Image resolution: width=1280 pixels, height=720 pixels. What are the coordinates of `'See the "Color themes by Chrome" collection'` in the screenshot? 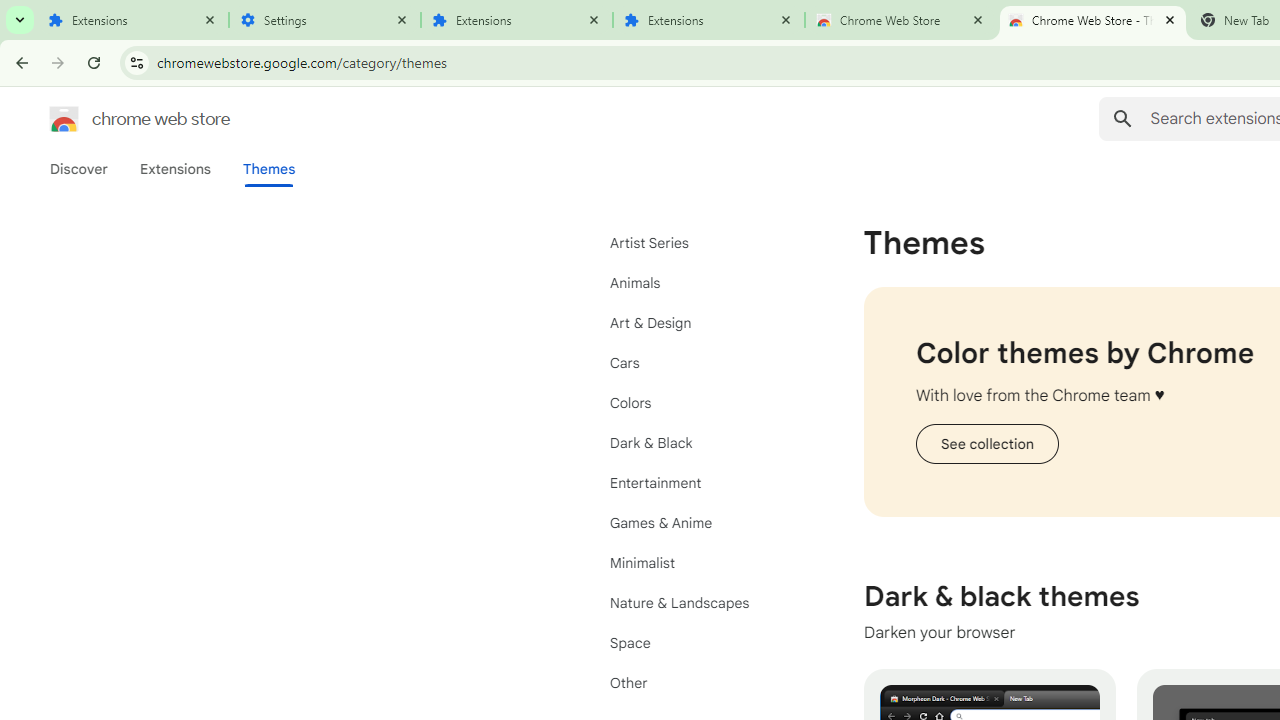 It's located at (986, 442).